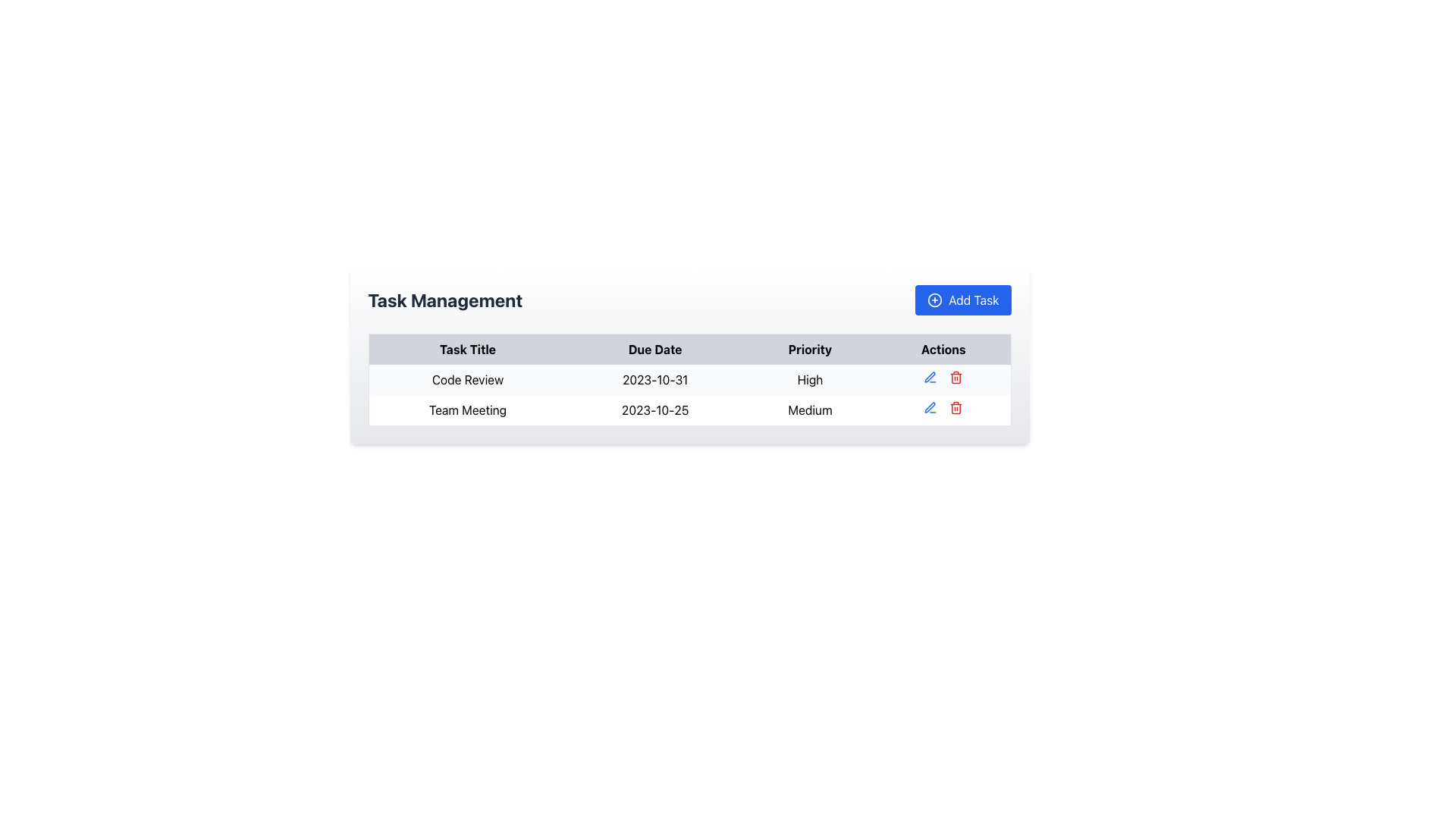 The height and width of the screenshot is (819, 1456). Describe the element at coordinates (955, 376) in the screenshot. I see `the red trash bin icon in the Actions column of the second row in the task management table` at that location.